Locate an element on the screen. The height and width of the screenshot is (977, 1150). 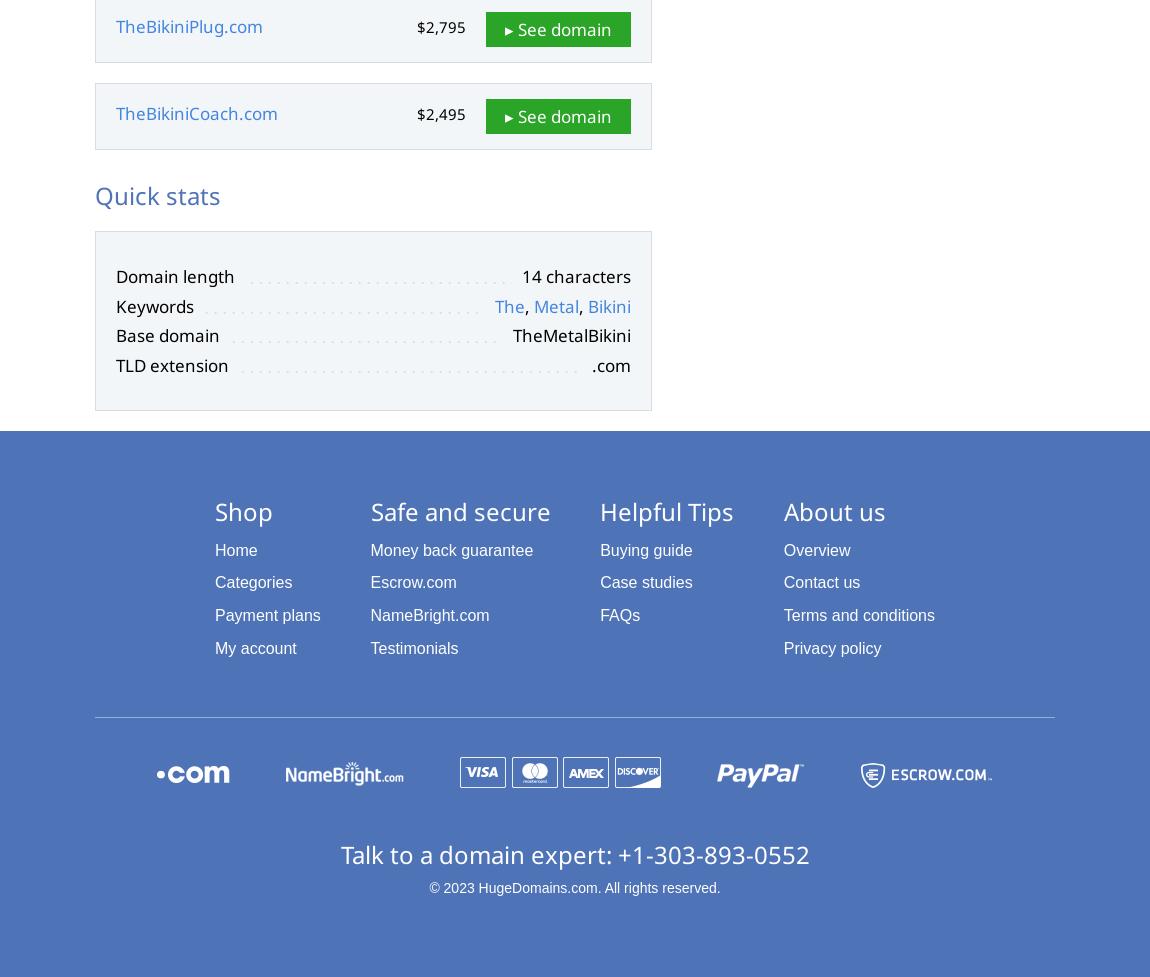
'Escrow.com' is located at coordinates (412, 581).